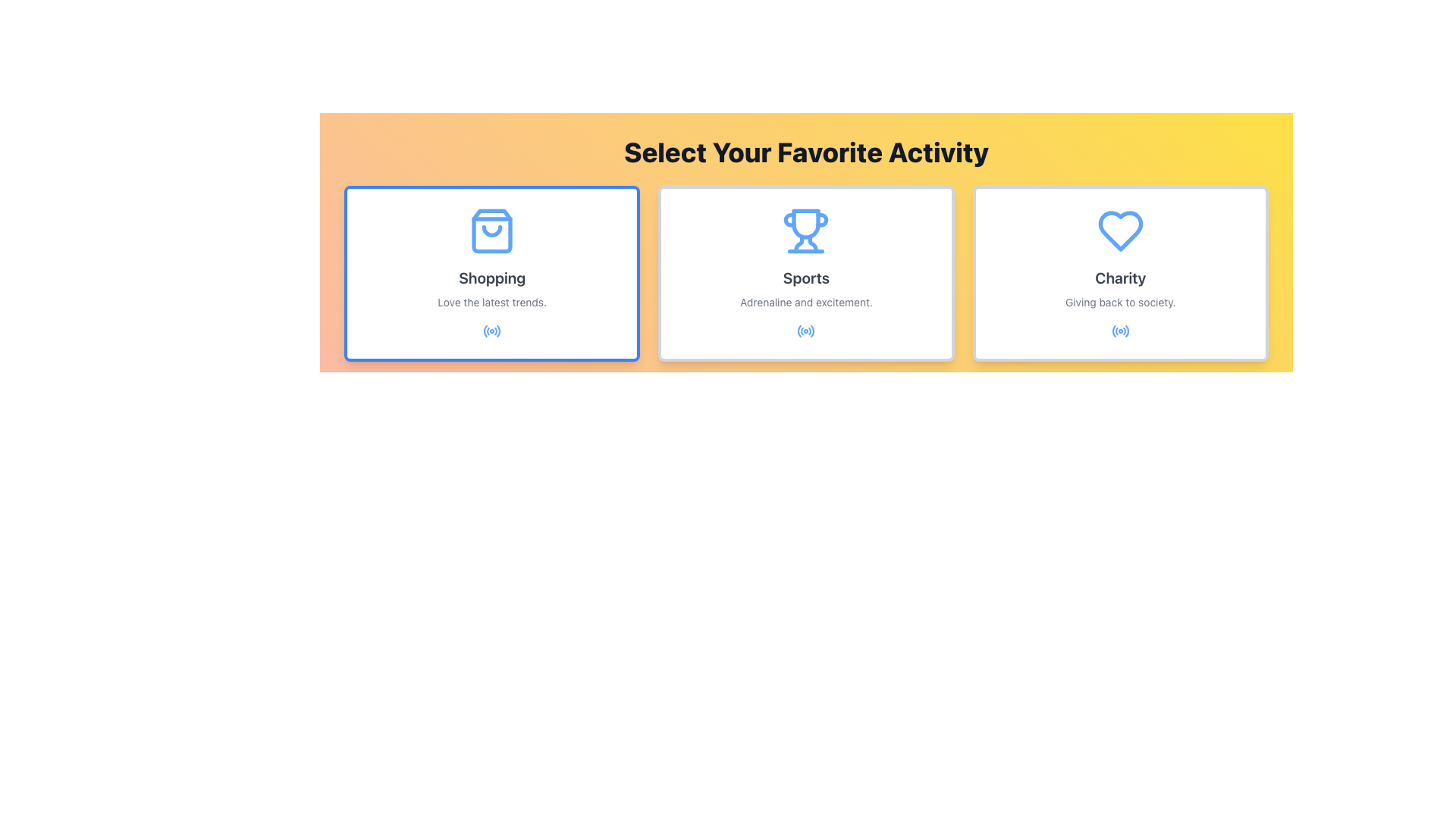  What do you see at coordinates (1120, 231) in the screenshot?
I see `the heart icon representing 'Charity' located centrally within the third card titled 'Charity' in the group of three cards` at bounding box center [1120, 231].